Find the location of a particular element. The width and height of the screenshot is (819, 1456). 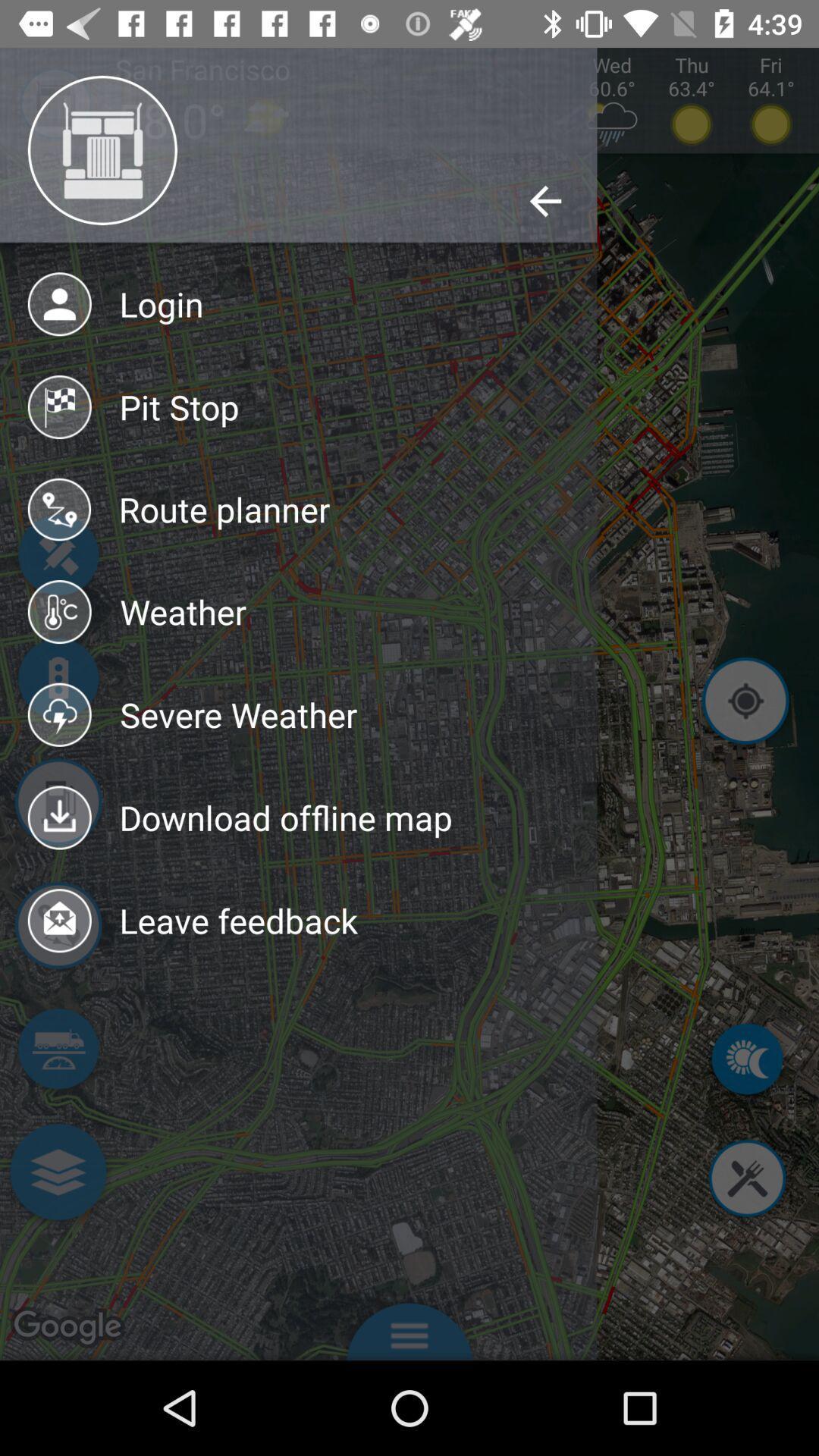

the menu icon is located at coordinates (409, 1326).